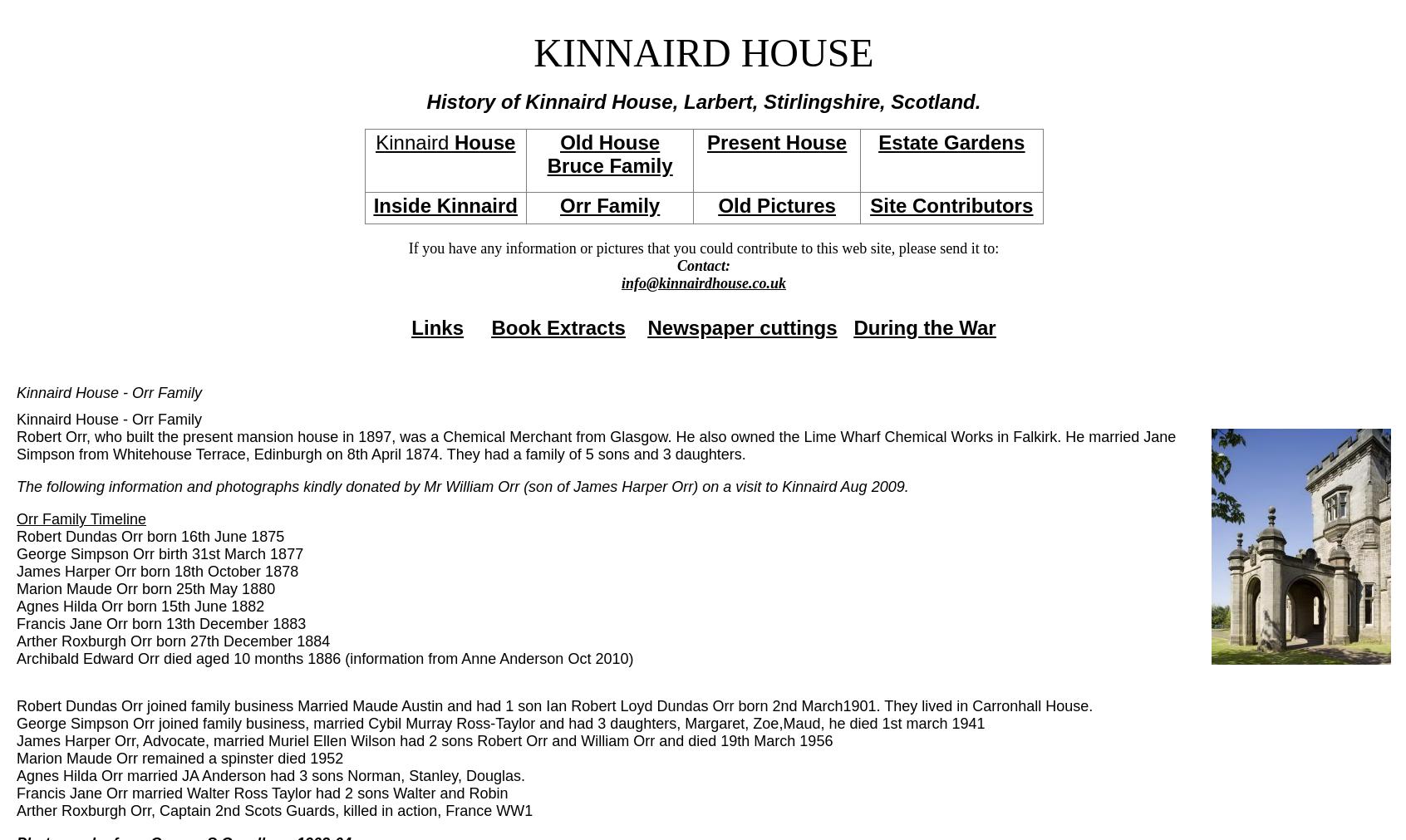  I want to click on 'Kinnaird', so click(415, 142).